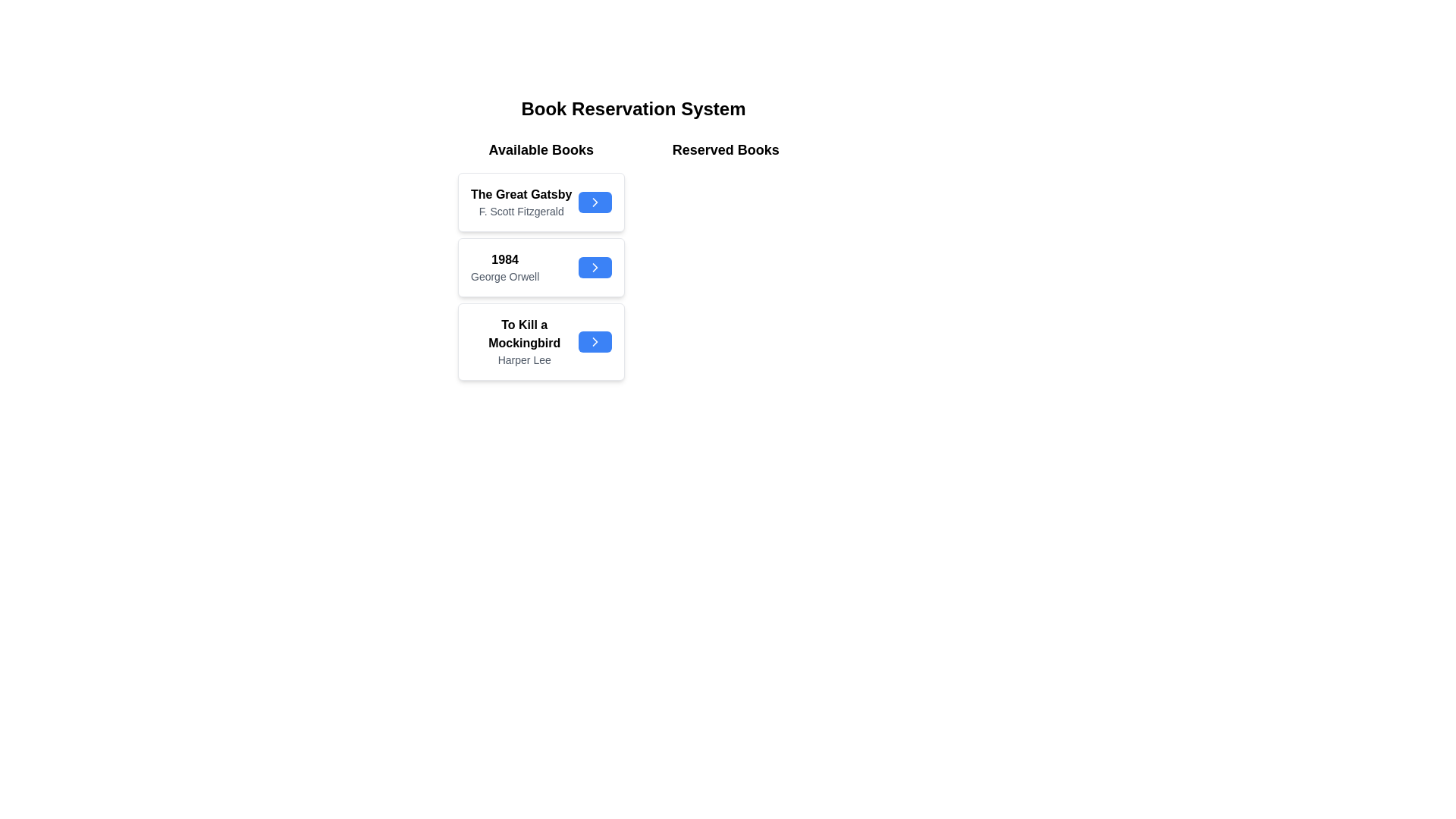 This screenshot has height=819, width=1456. I want to click on the text label indicating the author of the book 'To Kill a Mockingbird', located below the title within the card for that book, so click(524, 359).